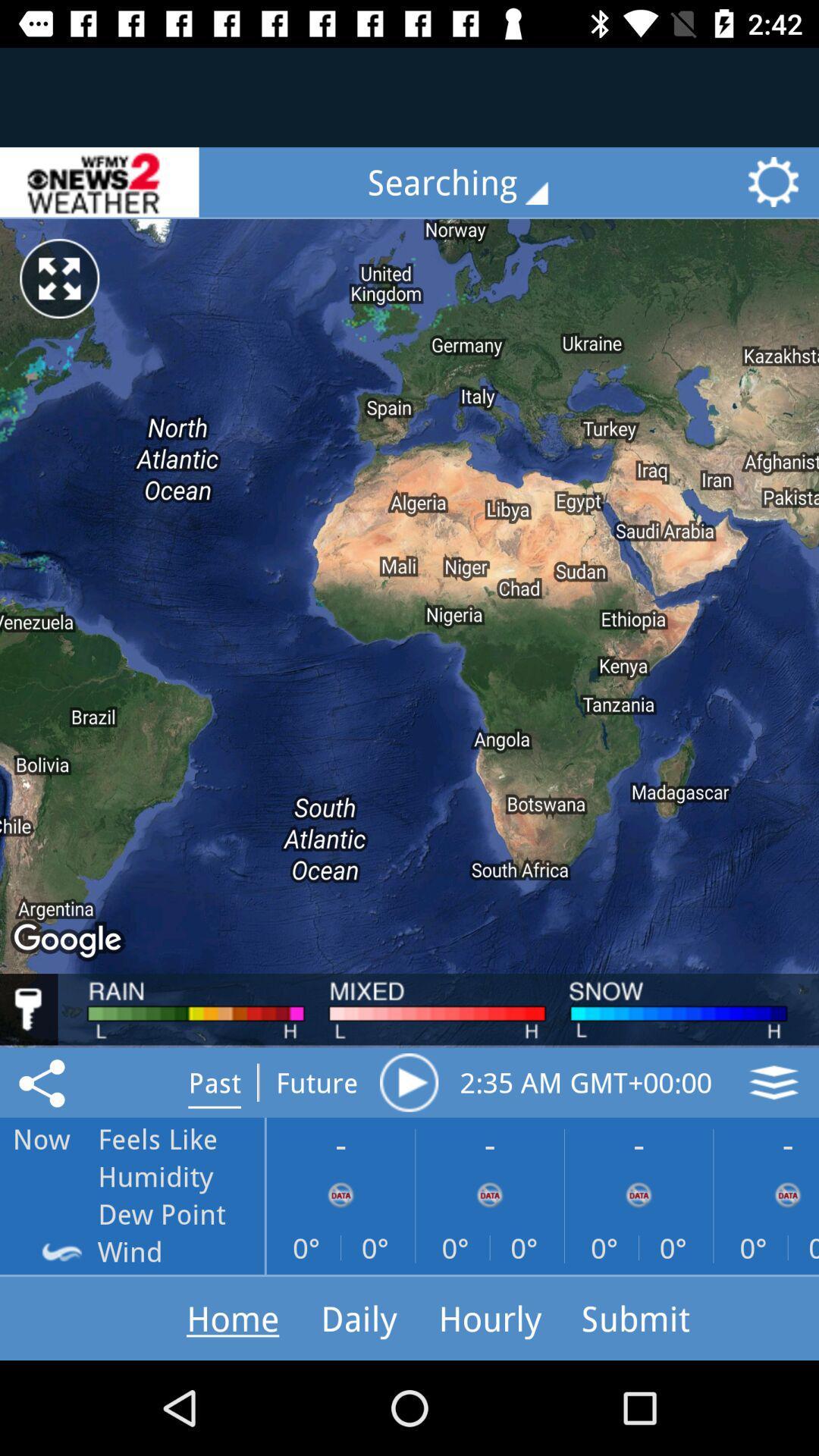 The image size is (819, 1456). I want to click on the share icon, so click(44, 1081).